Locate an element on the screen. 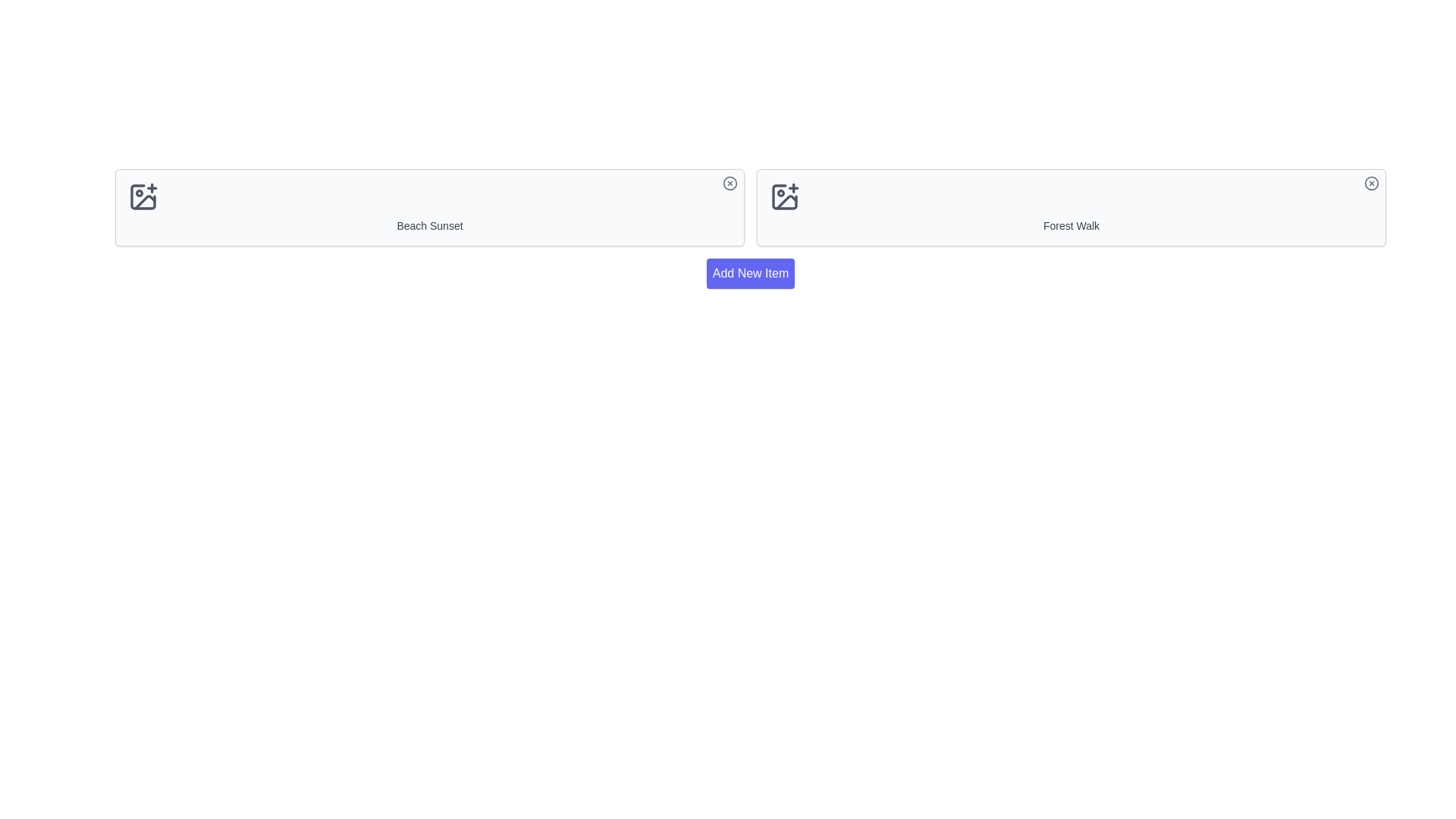 The width and height of the screenshot is (1456, 819). the close button located in the upper-right corner of the 'Forest Walk' card is located at coordinates (1372, 183).